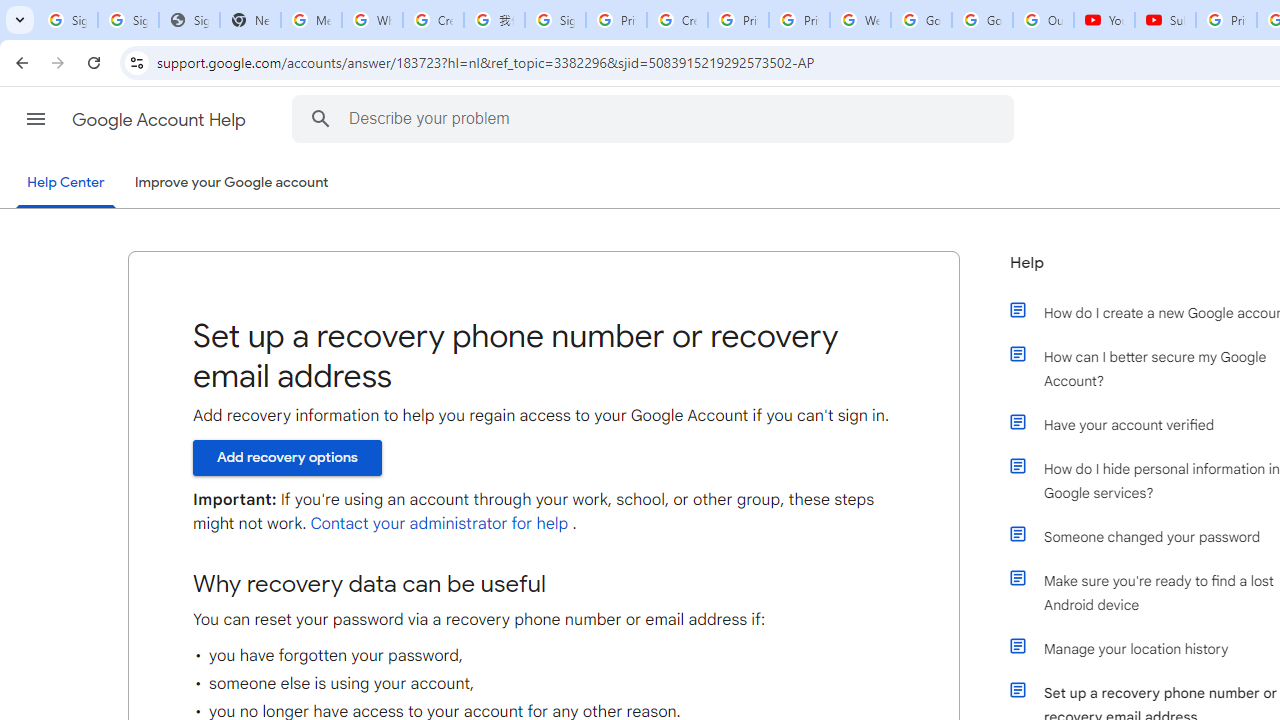 The width and height of the screenshot is (1280, 720). Describe the element at coordinates (1165, 20) in the screenshot. I see `'Subscriptions - YouTube'` at that location.